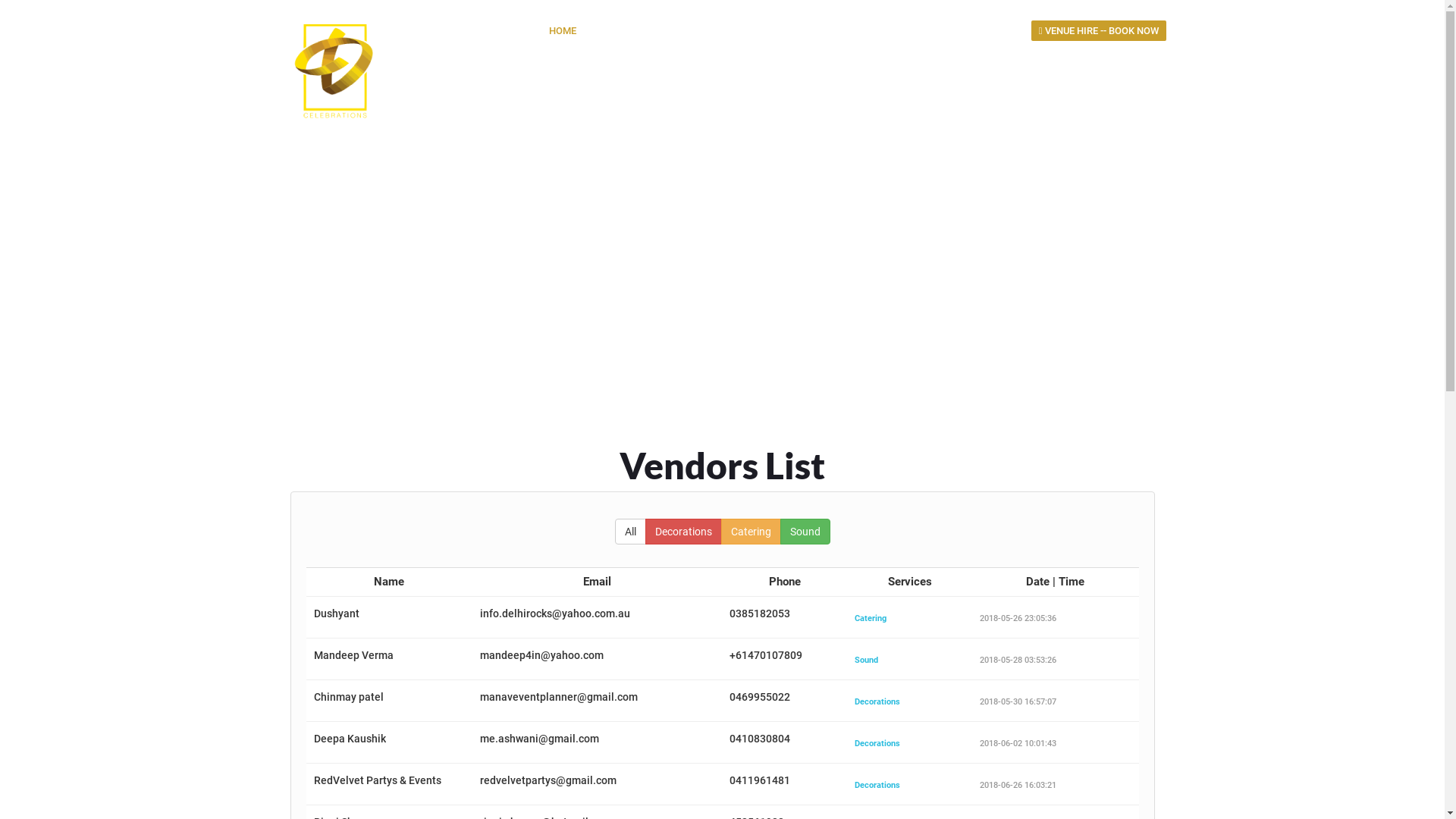  What do you see at coordinates (593, 30) in the screenshot?
I see `'ABOUT US'` at bounding box center [593, 30].